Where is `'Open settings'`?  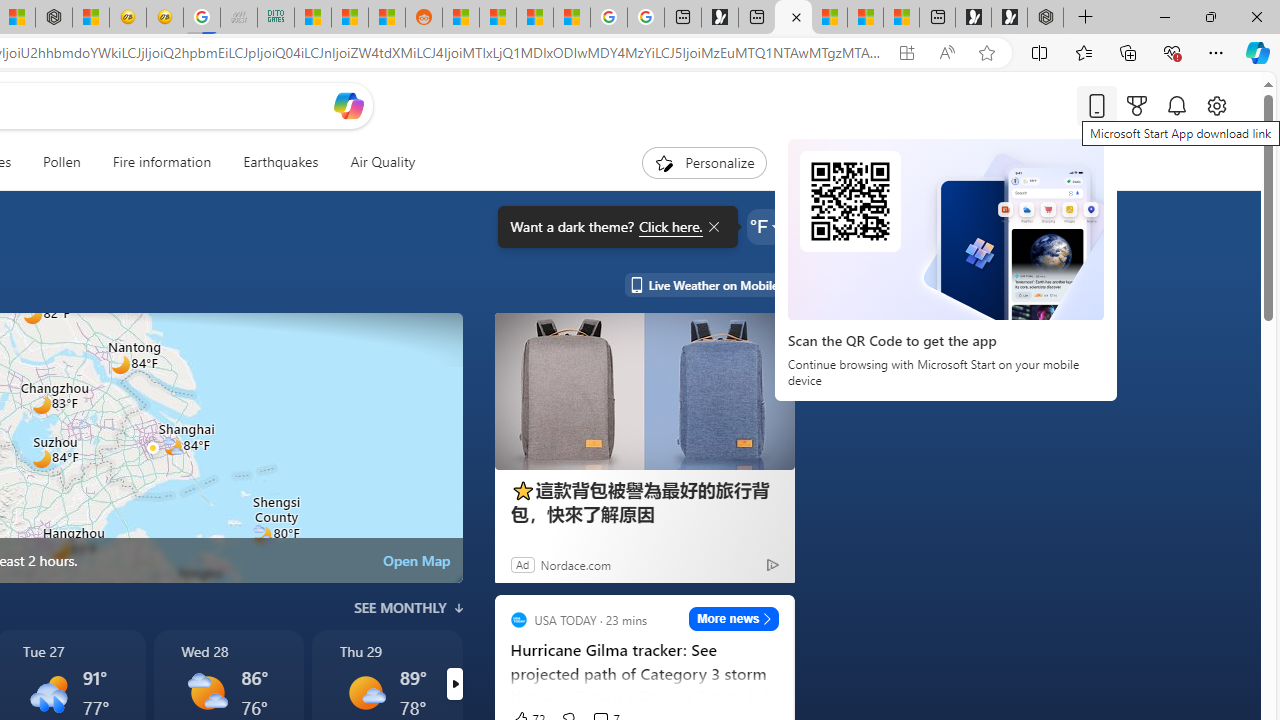 'Open settings' is located at coordinates (1215, 105).